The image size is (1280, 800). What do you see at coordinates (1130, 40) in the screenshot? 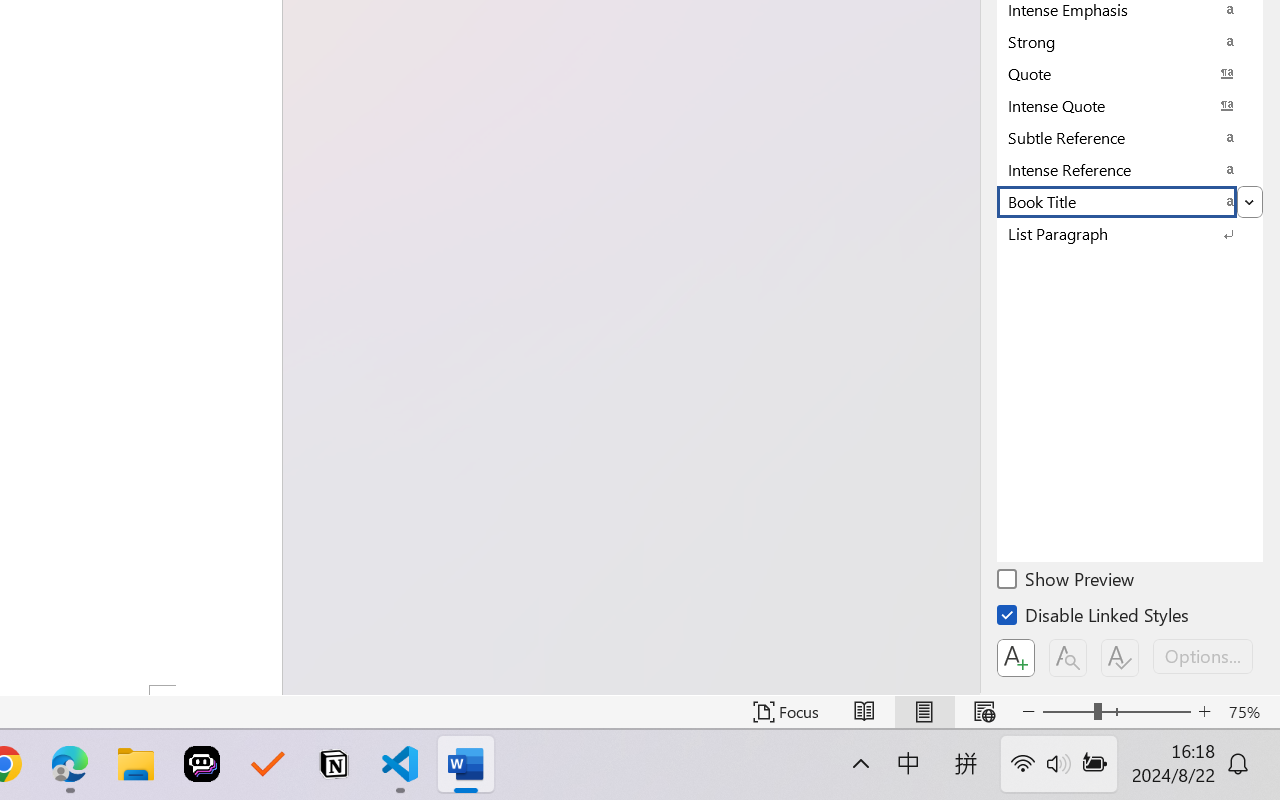
I see `'Strong'` at bounding box center [1130, 40].